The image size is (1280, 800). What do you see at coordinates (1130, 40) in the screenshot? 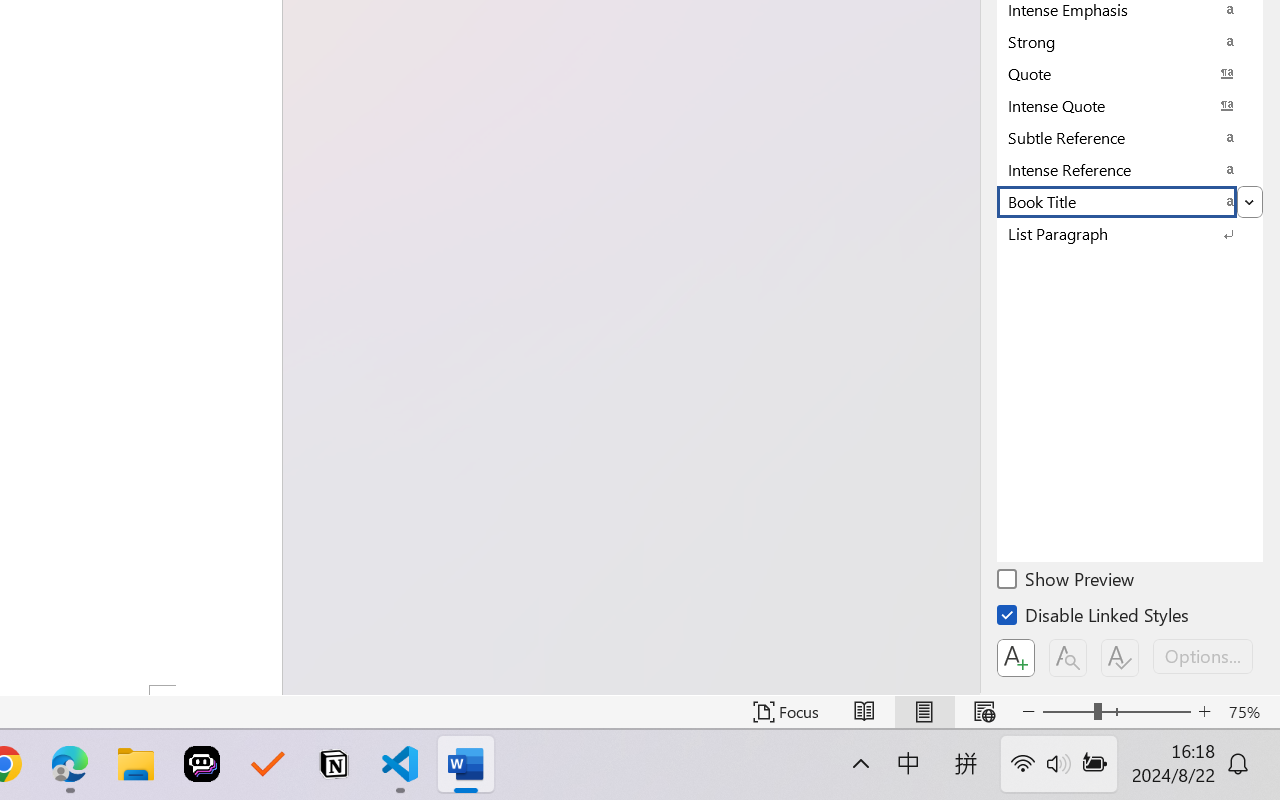
I see `'Strong'` at bounding box center [1130, 40].